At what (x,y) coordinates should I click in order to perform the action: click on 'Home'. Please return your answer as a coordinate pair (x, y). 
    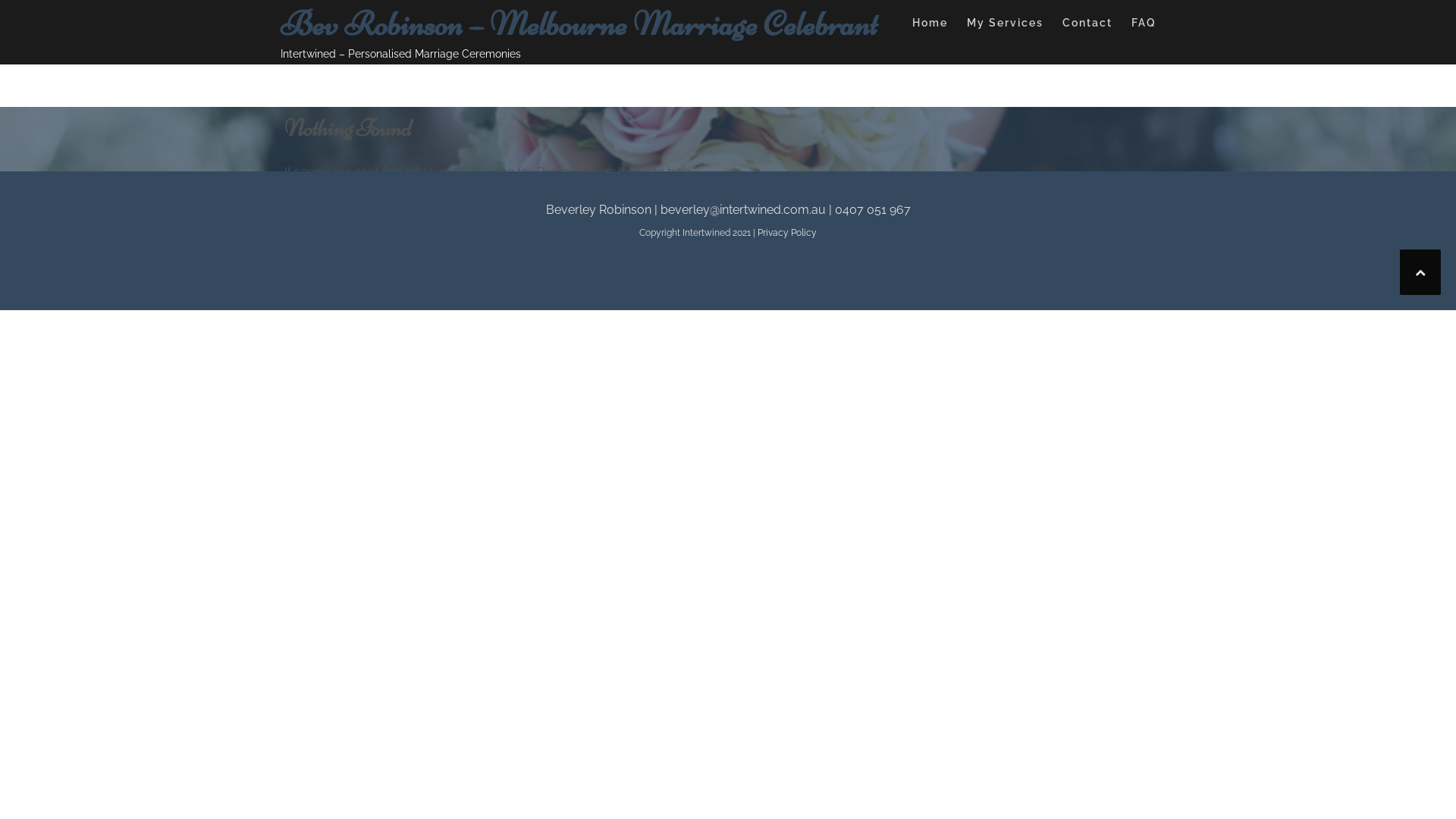
    Looking at the image, I should click on (929, 25).